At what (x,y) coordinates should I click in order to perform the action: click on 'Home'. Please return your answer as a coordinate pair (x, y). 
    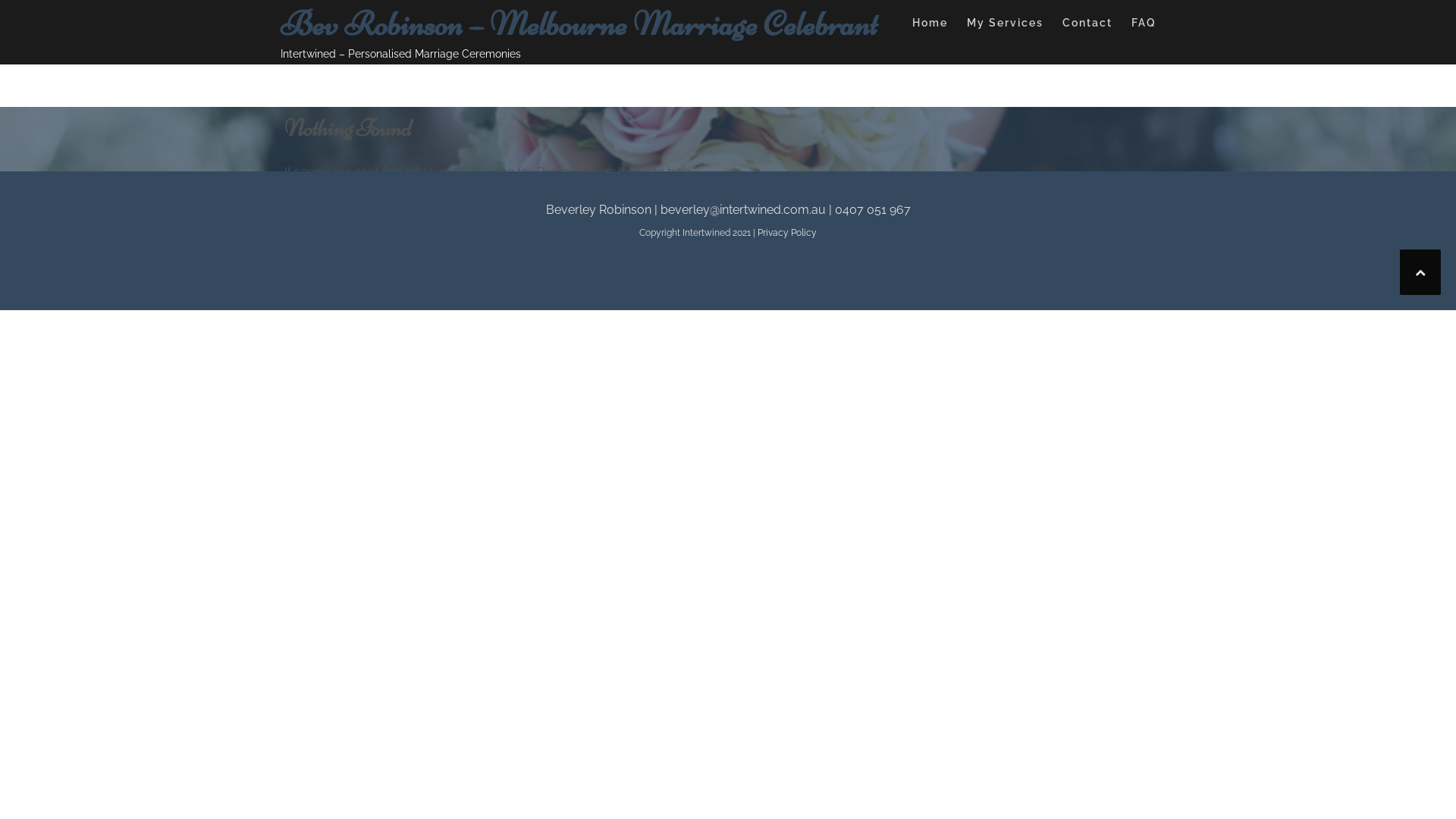
    Looking at the image, I should click on (929, 25).